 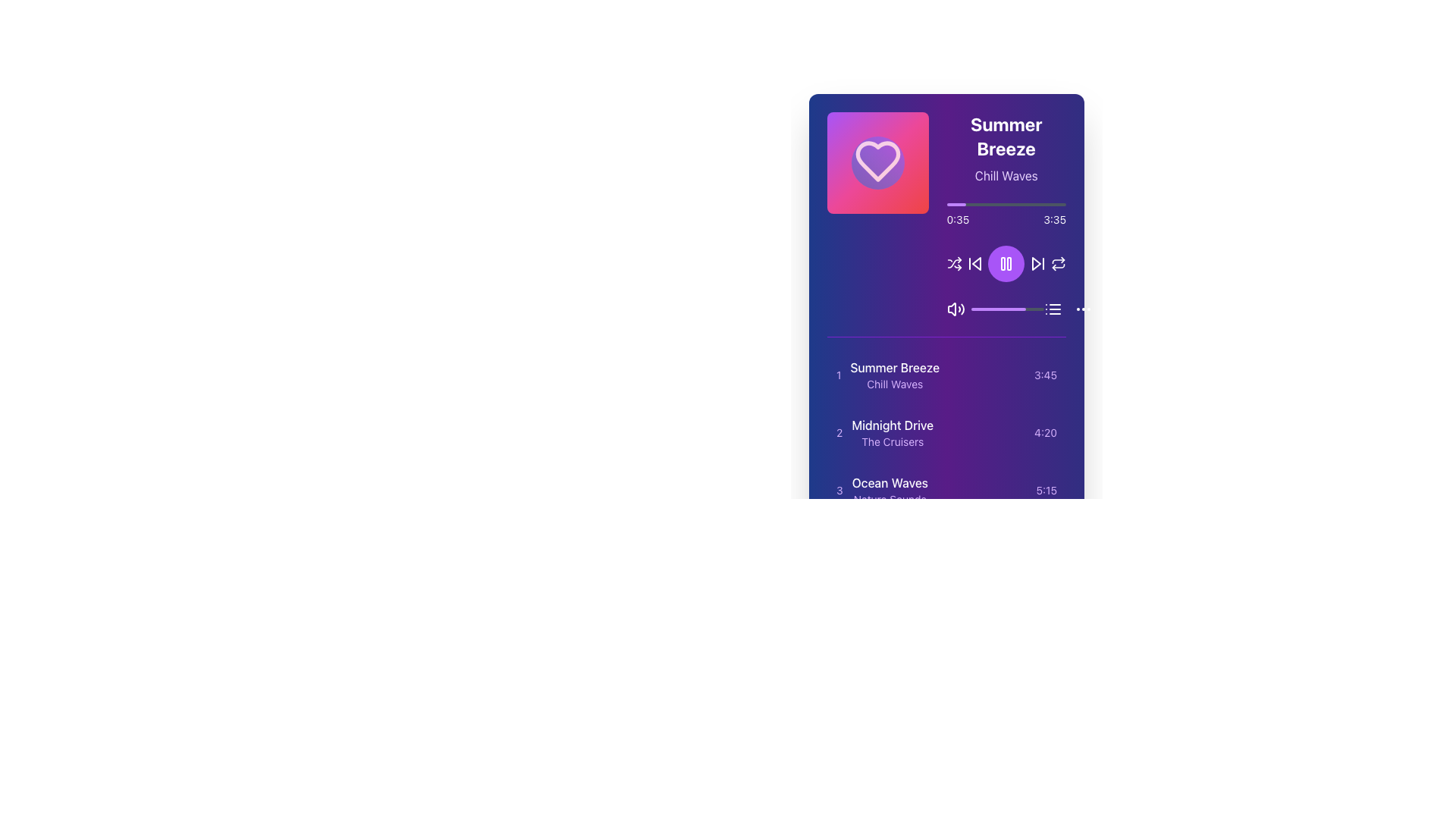 What do you see at coordinates (1023, 309) in the screenshot?
I see `the slider value` at bounding box center [1023, 309].